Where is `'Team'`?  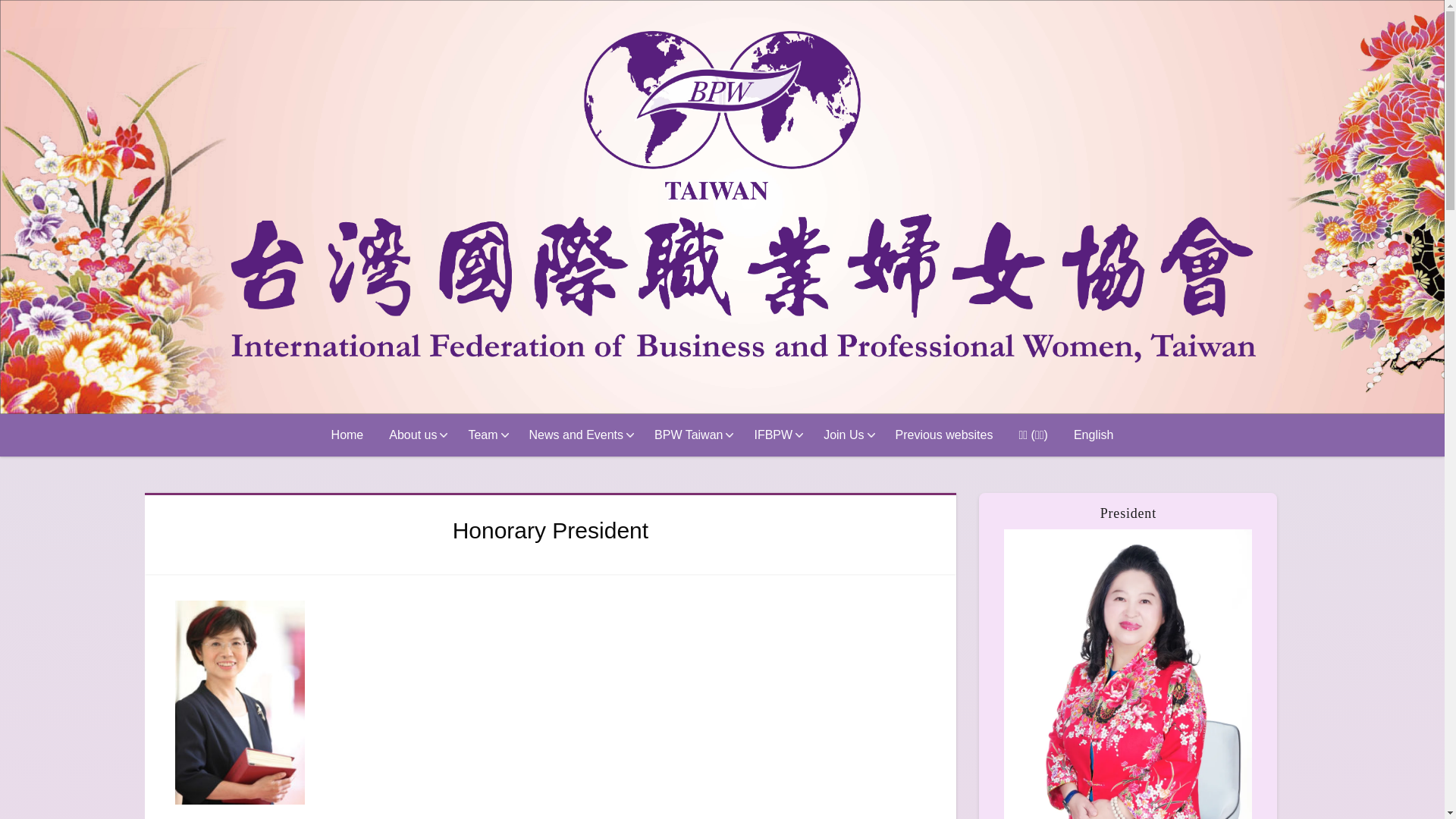
'Team' is located at coordinates (484, 435).